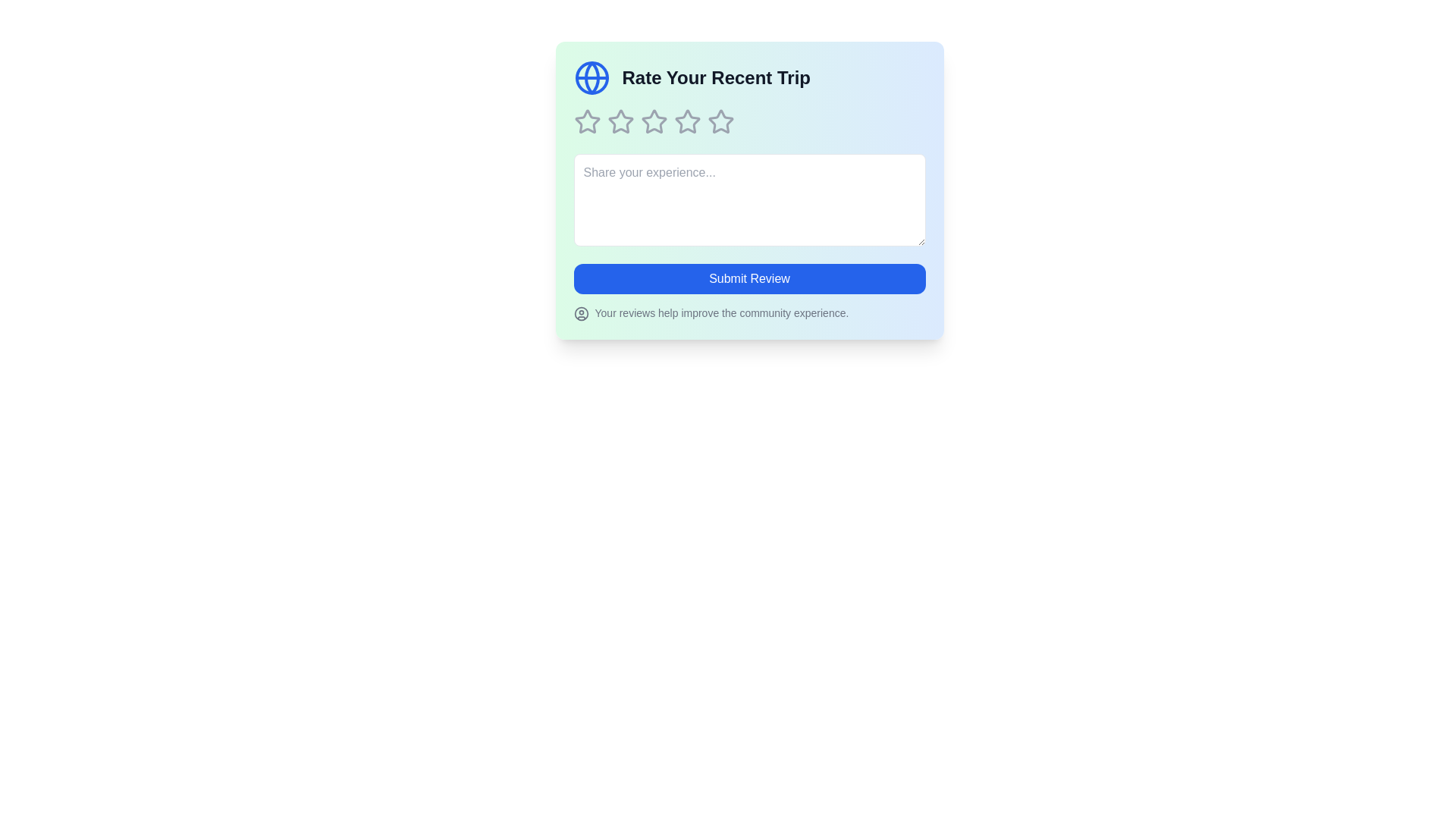 This screenshot has width=1456, height=819. What do you see at coordinates (686, 121) in the screenshot?
I see `the star corresponding to 4` at bounding box center [686, 121].